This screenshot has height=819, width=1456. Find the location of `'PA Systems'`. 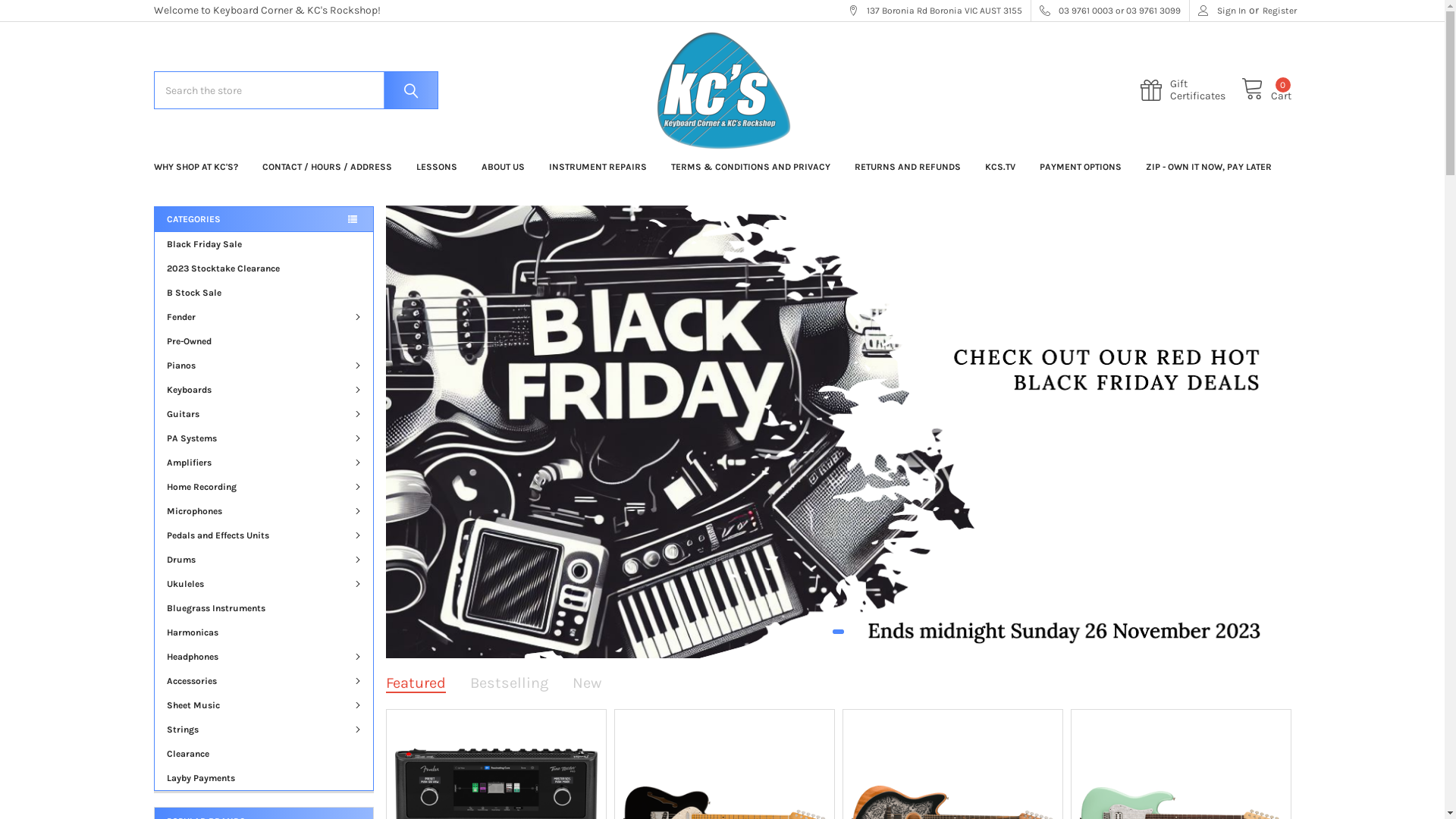

'PA Systems' is located at coordinates (263, 438).